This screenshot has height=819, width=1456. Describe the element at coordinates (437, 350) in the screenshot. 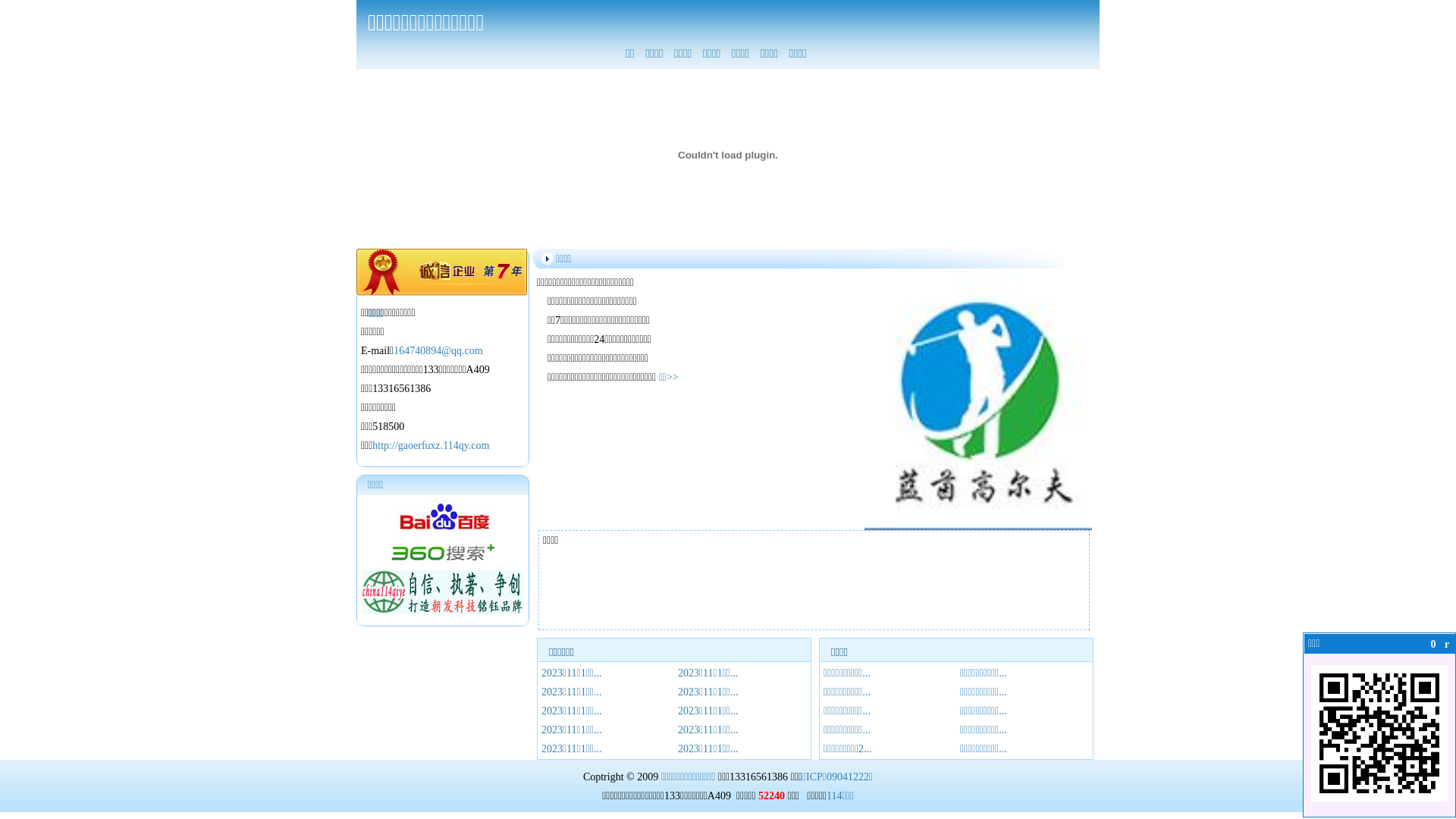

I see `'164740894@qq.com'` at that location.